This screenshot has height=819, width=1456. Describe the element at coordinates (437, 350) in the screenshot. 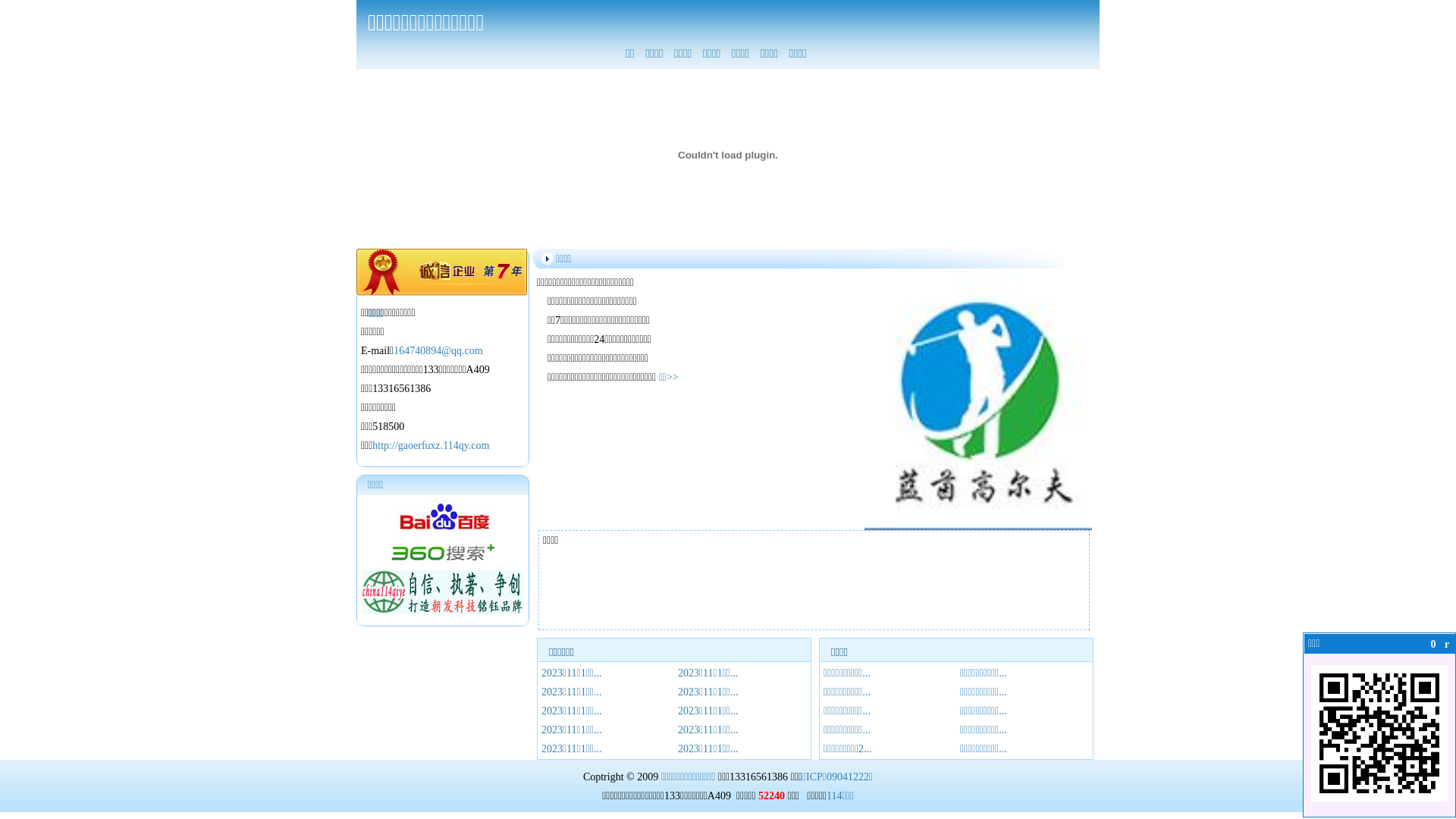

I see `'164740894@qq.com'` at that location.